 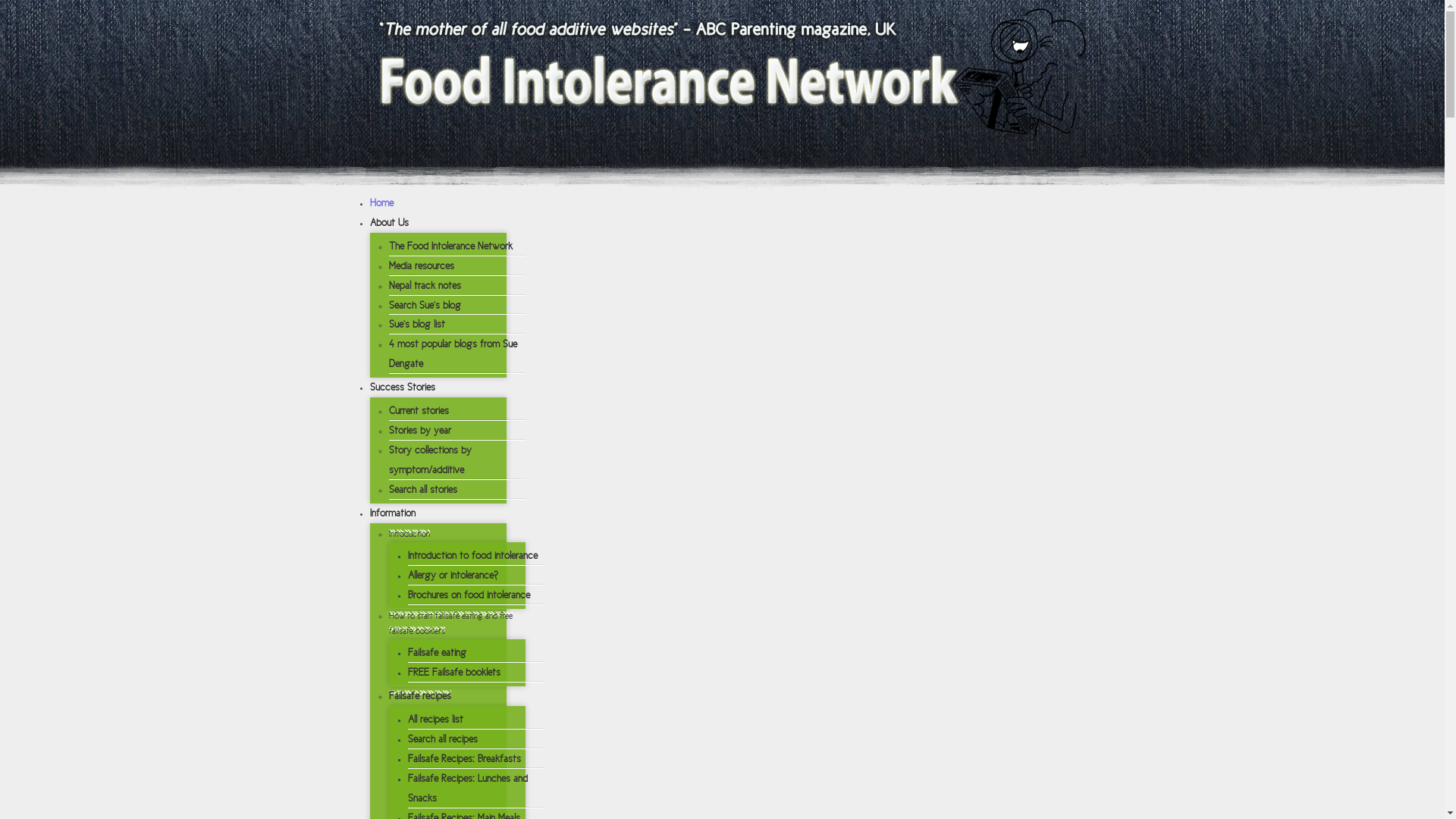 I want to click on 'Quick quiz: what's wrong with this label?', so click(x=494, y=696).